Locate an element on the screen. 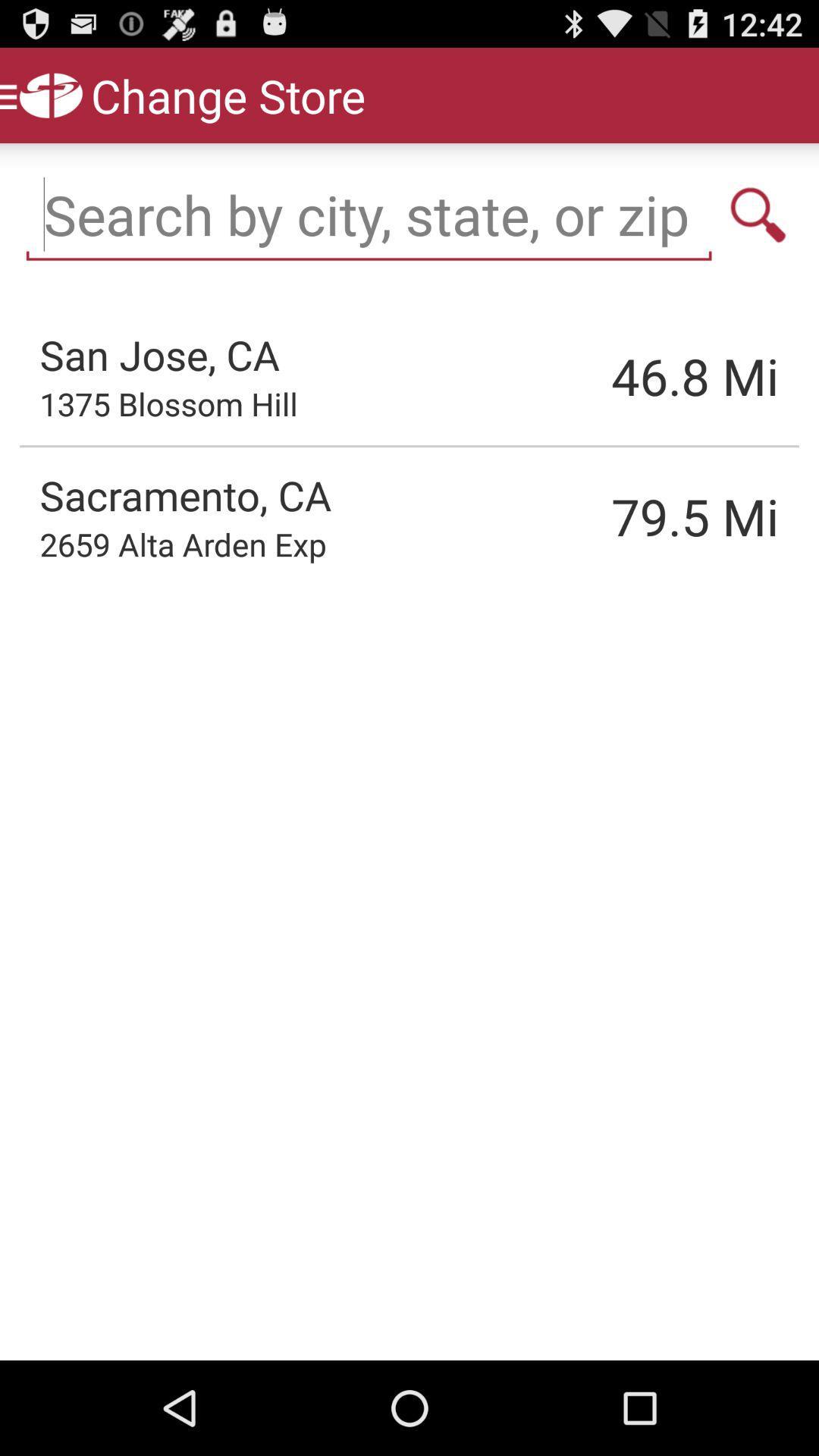  search city state or zip is located at coordinates (758, 214).